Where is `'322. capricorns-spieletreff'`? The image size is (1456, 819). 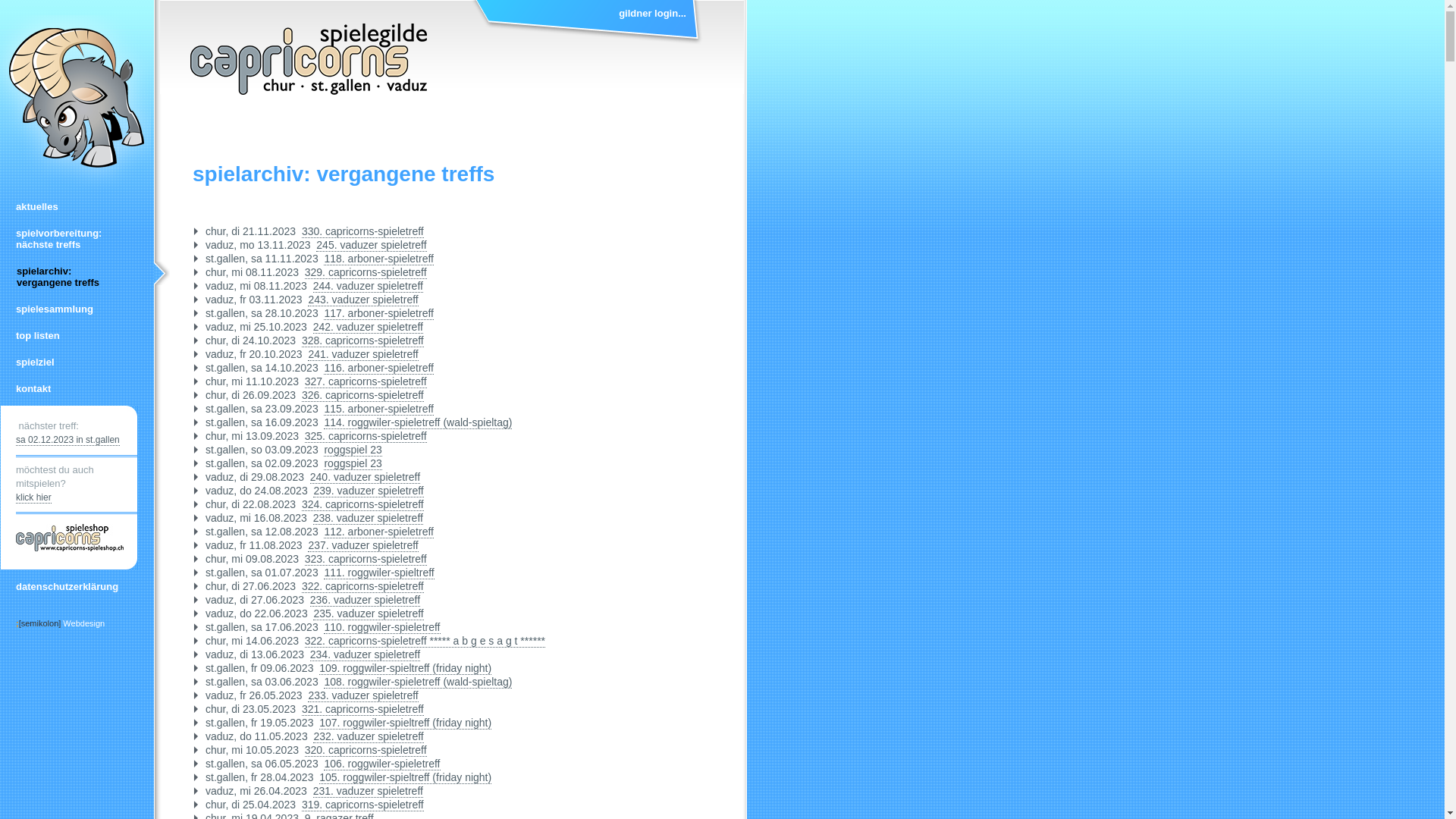 '322. capricorns-spieletreff' is located at coordinates (302, 585).